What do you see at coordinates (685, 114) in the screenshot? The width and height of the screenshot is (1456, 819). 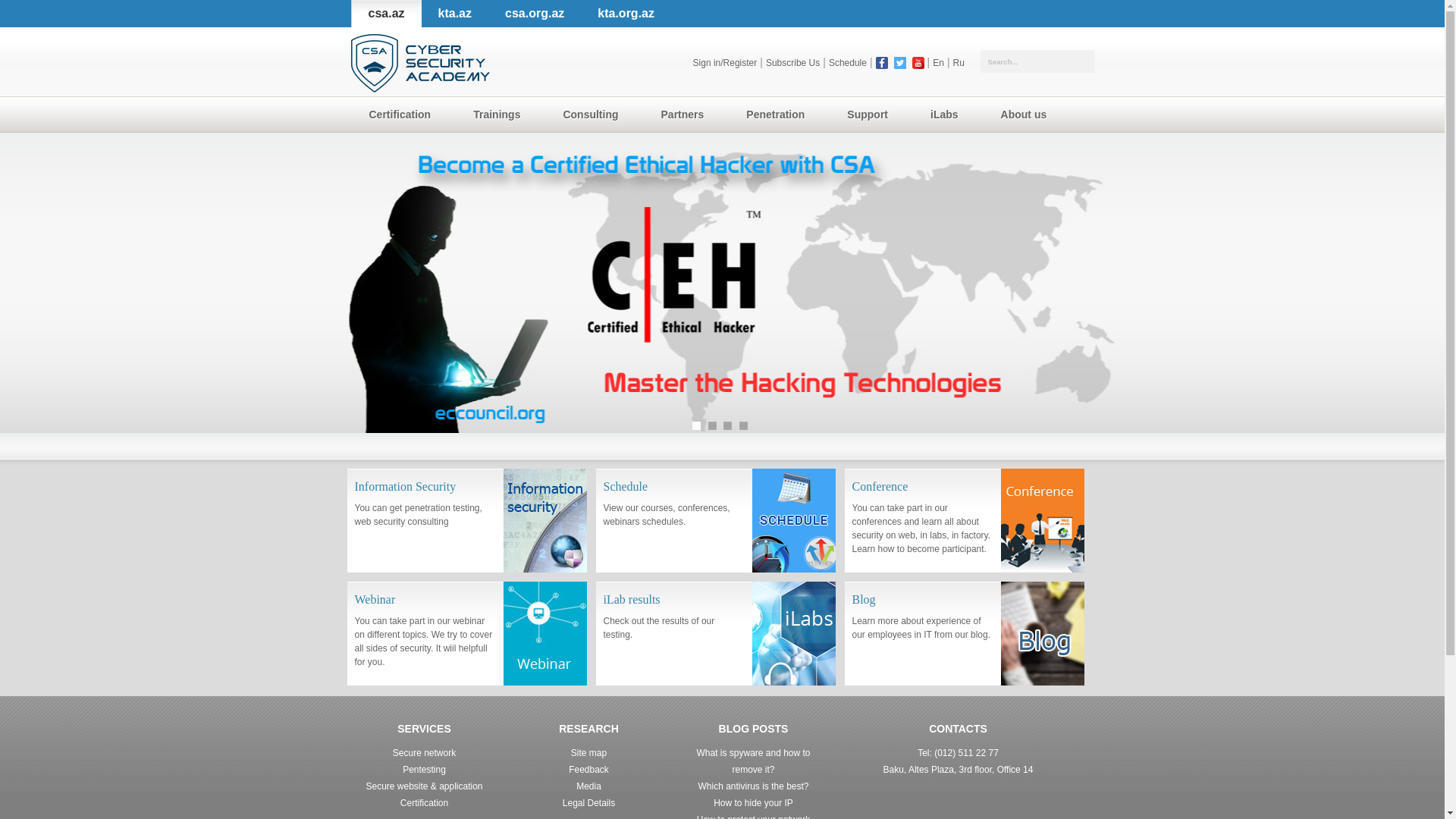 I see `'Partners'` at bounding box center [685, 114].